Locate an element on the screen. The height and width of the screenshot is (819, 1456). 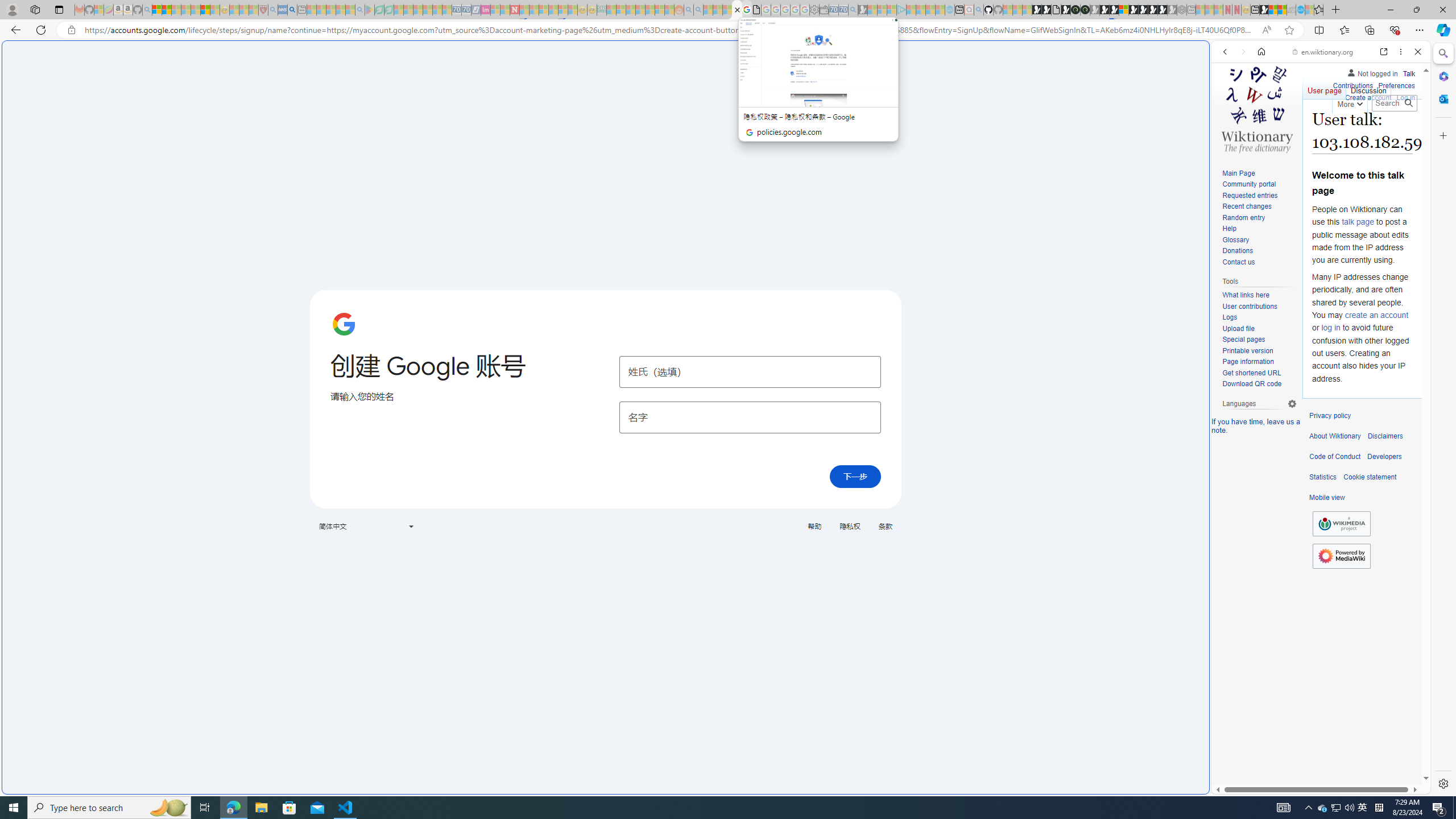
'Powered by MediaWiki' is located at coordinates (1342, 555).